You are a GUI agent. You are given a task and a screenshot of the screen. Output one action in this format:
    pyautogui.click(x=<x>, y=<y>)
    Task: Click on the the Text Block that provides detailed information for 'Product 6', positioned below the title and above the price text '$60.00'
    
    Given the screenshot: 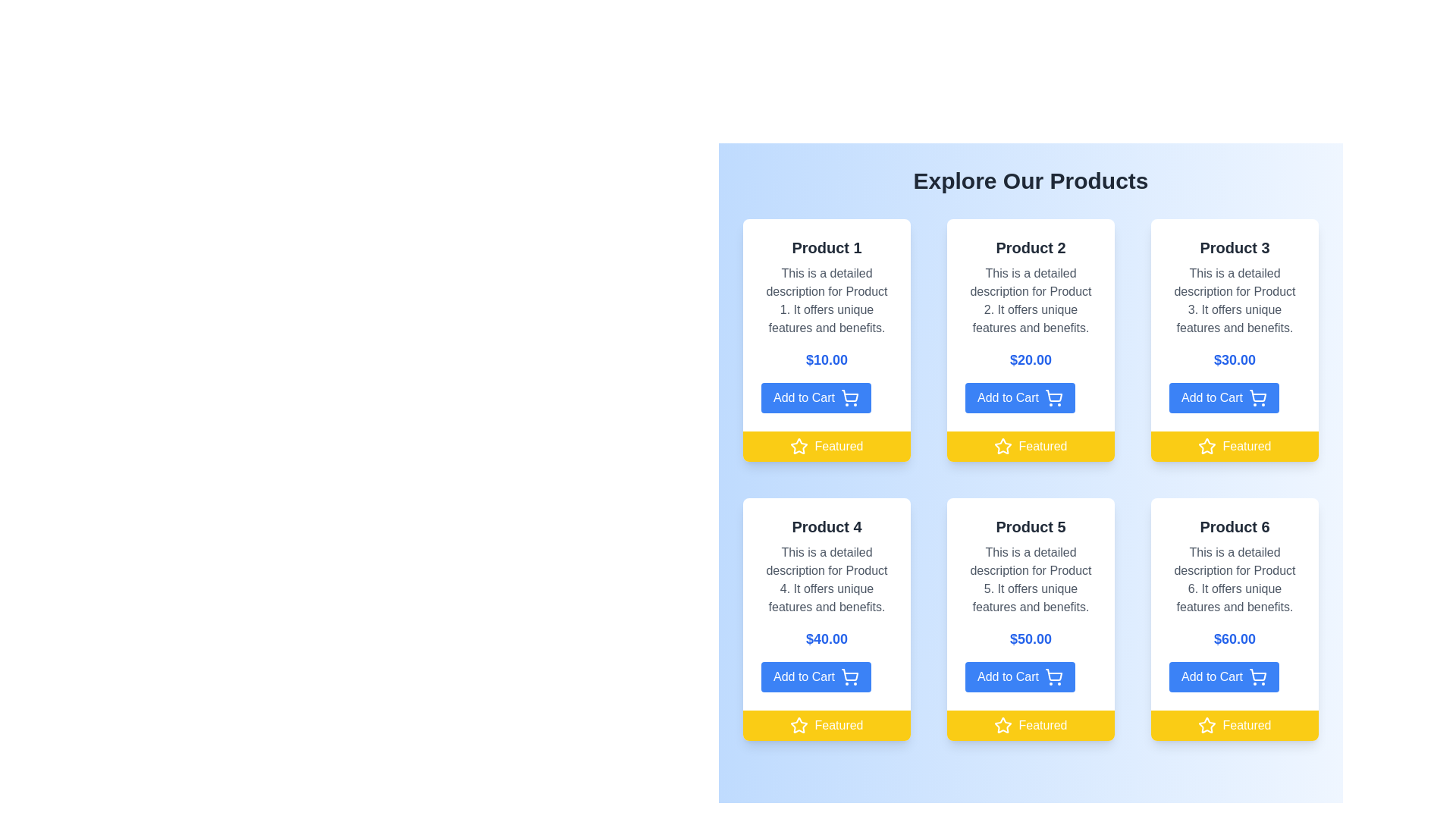 What is the action you would take?
    pyautogui.click(x=1235, y=579)
    